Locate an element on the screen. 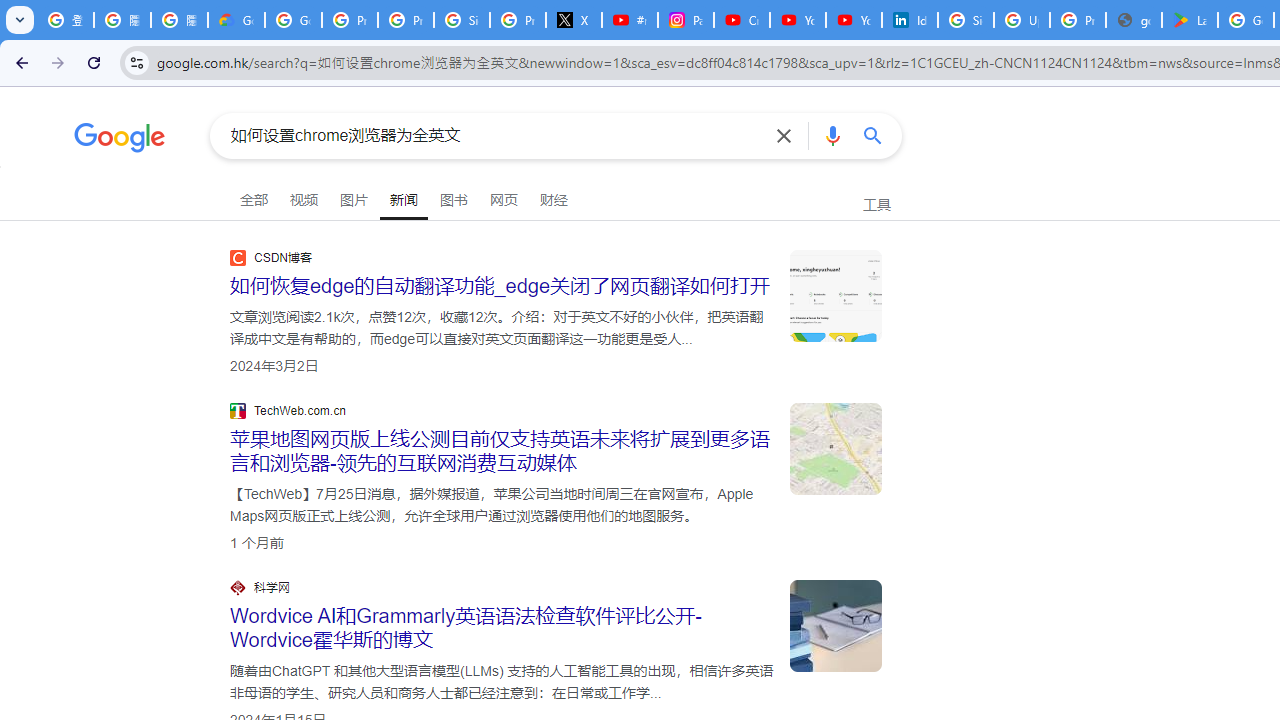  'Privacy Help Center - Policies Help' is located at coordinates (404, 20).